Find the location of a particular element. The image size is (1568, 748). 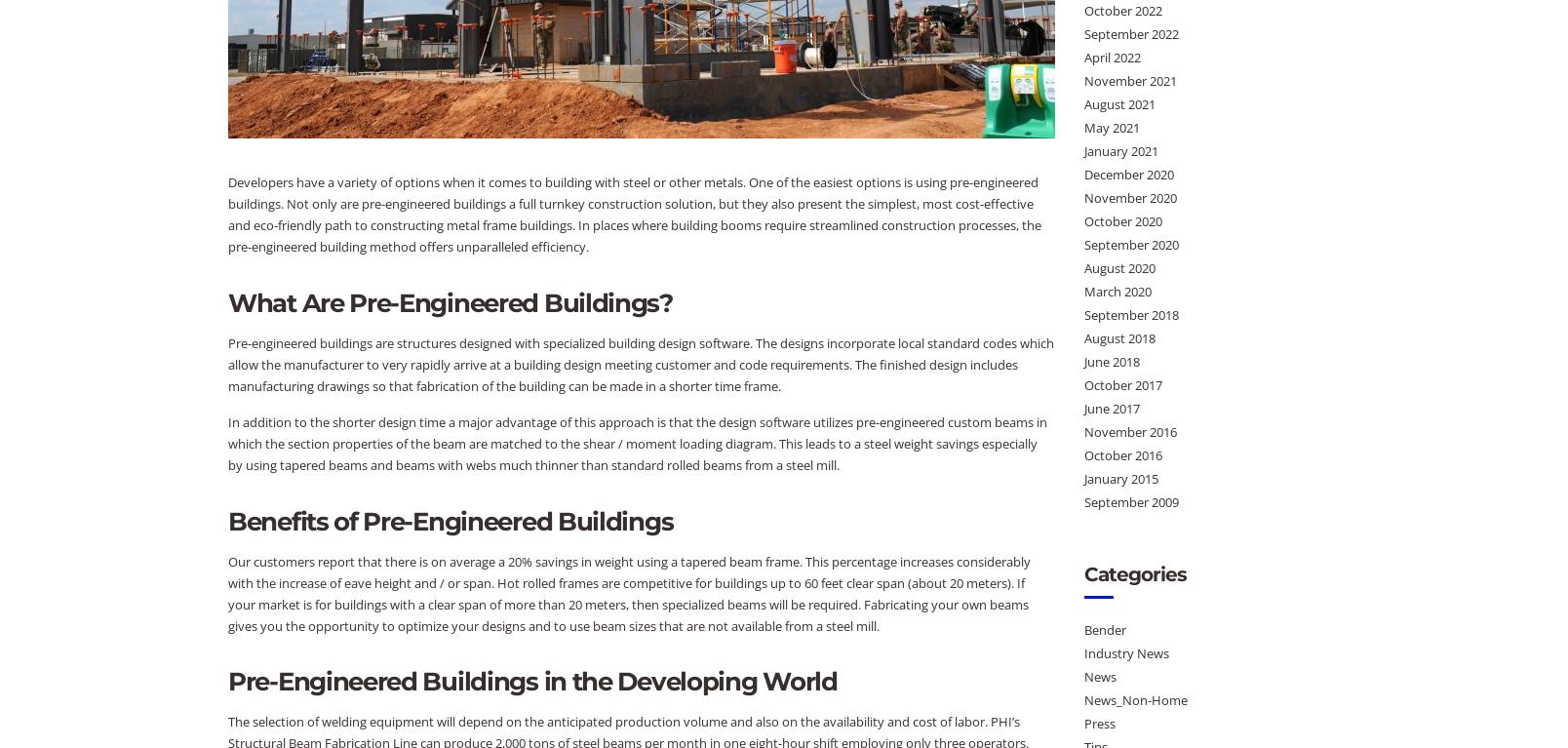

'November 2021' is located at coordinates (1129, 78).